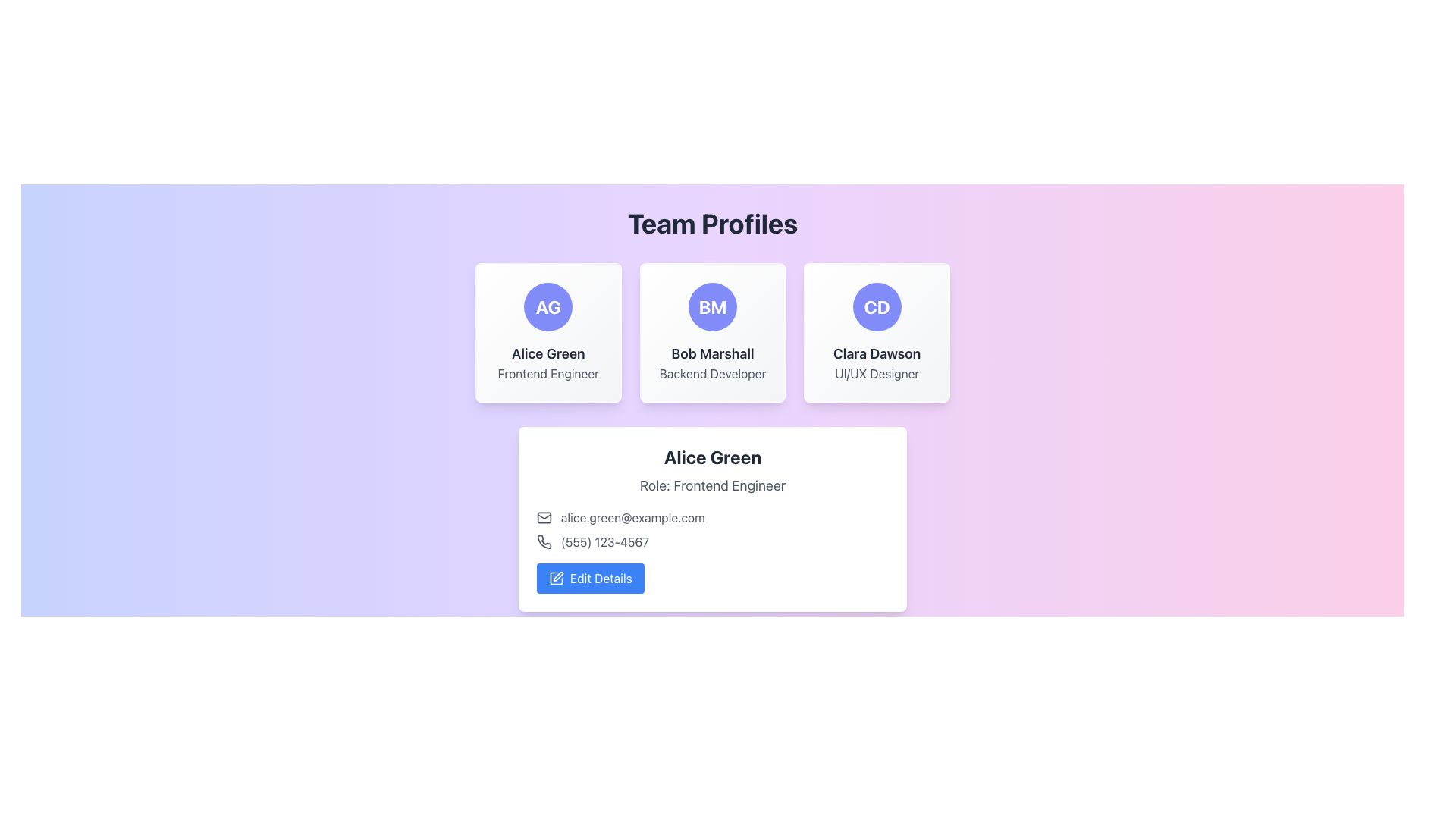 This screenshot has width=1456, height=819. What do you see at coordinates (544, 541) in the screenshot?
I see `the decorative phone number icon located to the left of the text '(555) 123-4567' in the contact information section for Alice Green` at bounding box center [544, 541].